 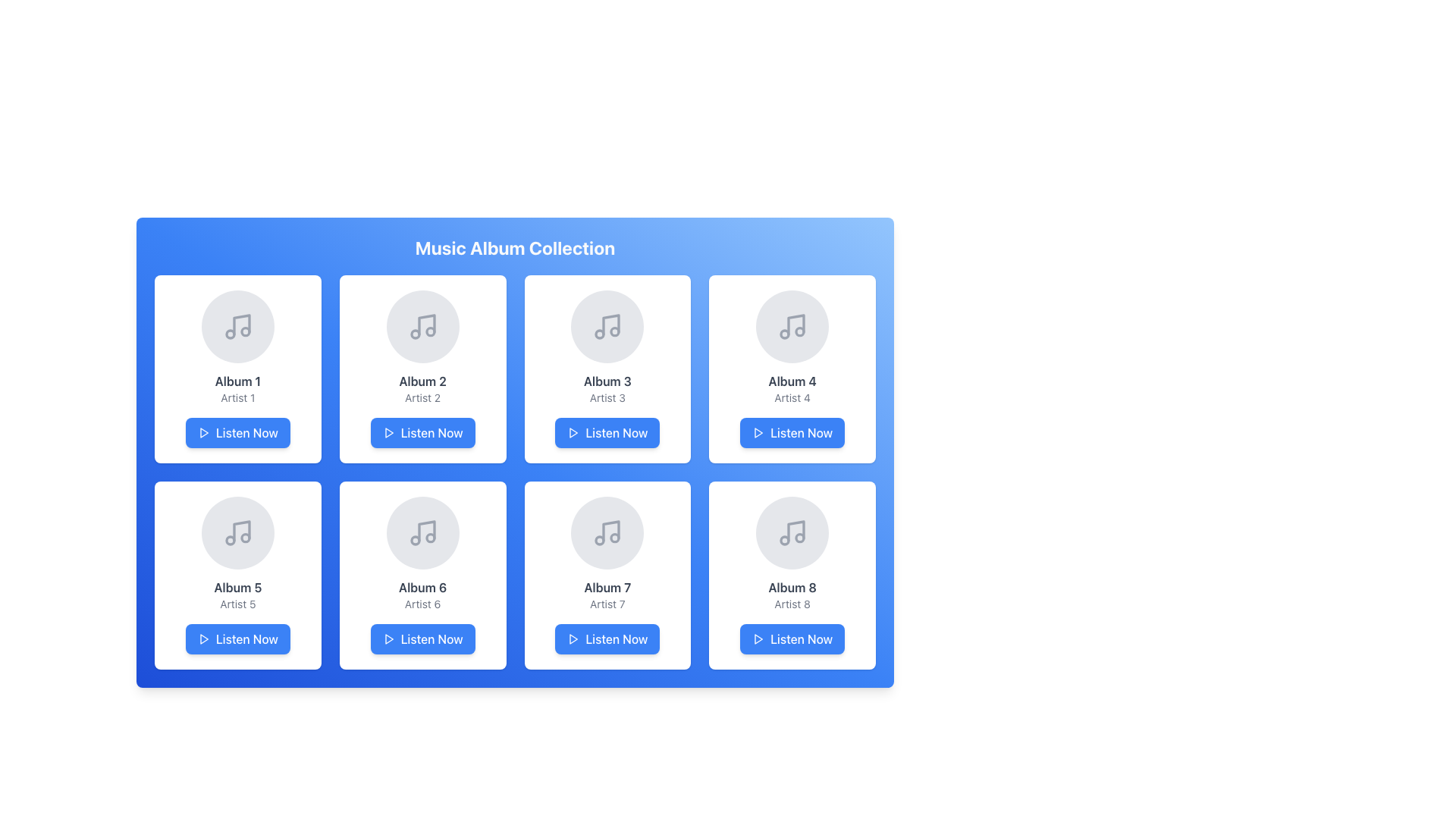 I want to click on the title label for the eighth album in the music album grid located in the bottom-right corner of the grid, so click(x=792, y=587).